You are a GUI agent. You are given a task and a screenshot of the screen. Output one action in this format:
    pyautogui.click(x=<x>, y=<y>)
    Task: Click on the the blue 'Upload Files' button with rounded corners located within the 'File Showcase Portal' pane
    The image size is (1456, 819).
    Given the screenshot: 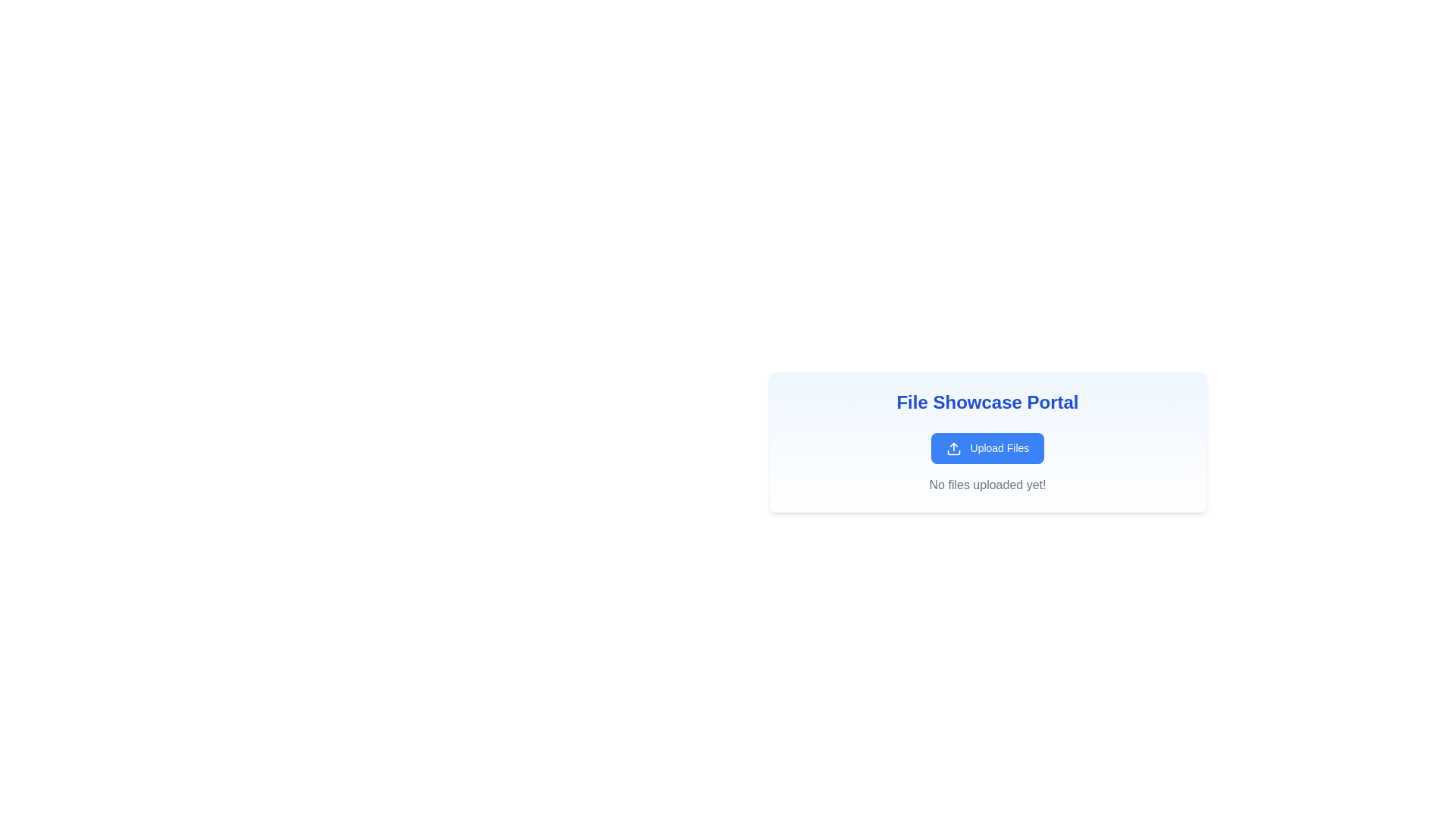 What is the action you would take?
    pyautogui.click(x=987, y=447)
    